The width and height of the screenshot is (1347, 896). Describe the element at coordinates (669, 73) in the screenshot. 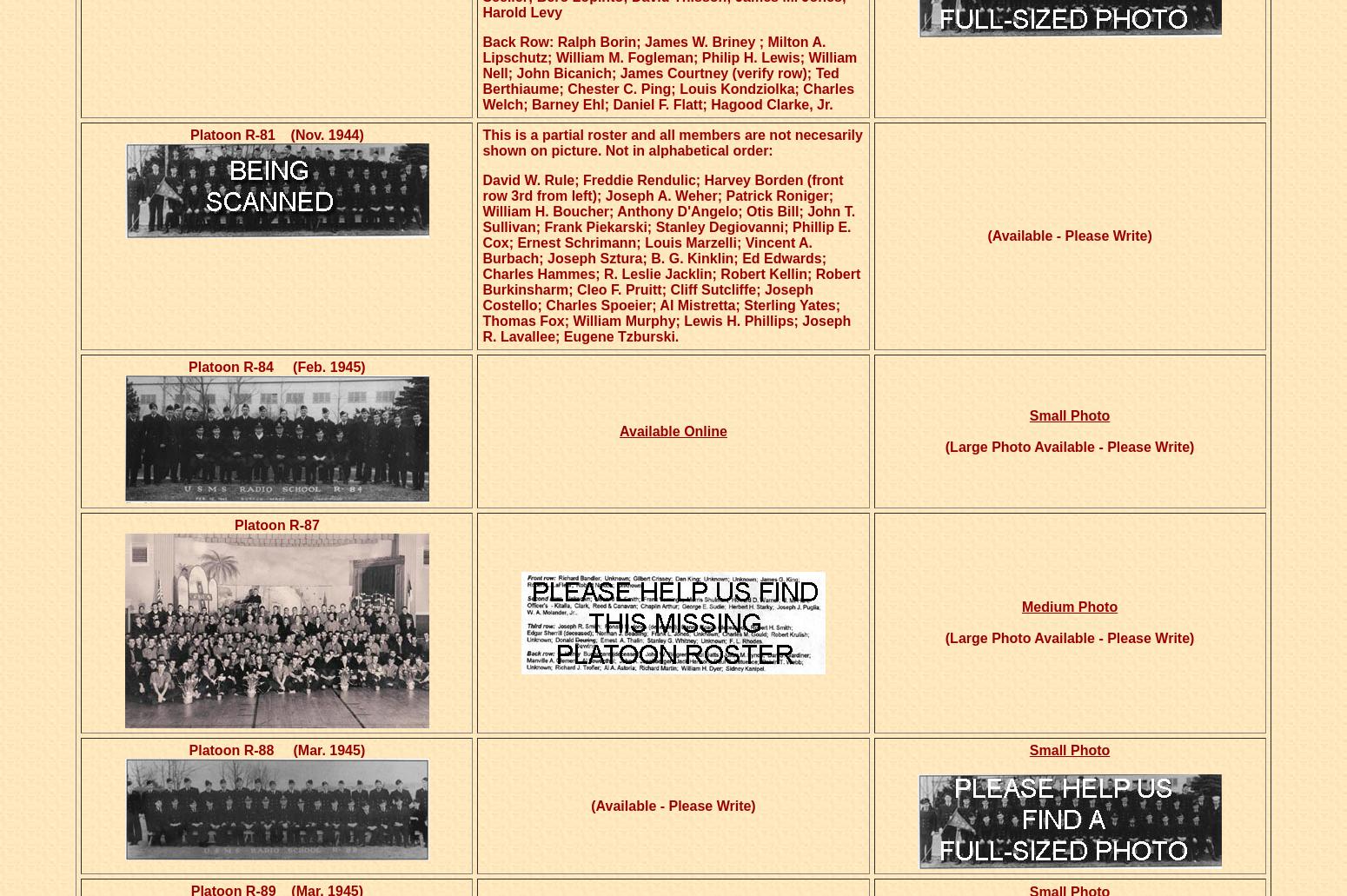

I see `'Back Row:  Ralph Borin;  James W. Briney ;  Milton A. Lipschutz;  William M. Fogleman;  Philip H. Lewis;  William Nell; John Bicanich;  James Courtney (verify row);  Ted Berthiaume;  Chester C. Ping;  Louis Kondziolka;  Charles Welch;  Barney Ehl; Daniel F. Flatt;  Hagood Clarke, Jr.'` at that location.